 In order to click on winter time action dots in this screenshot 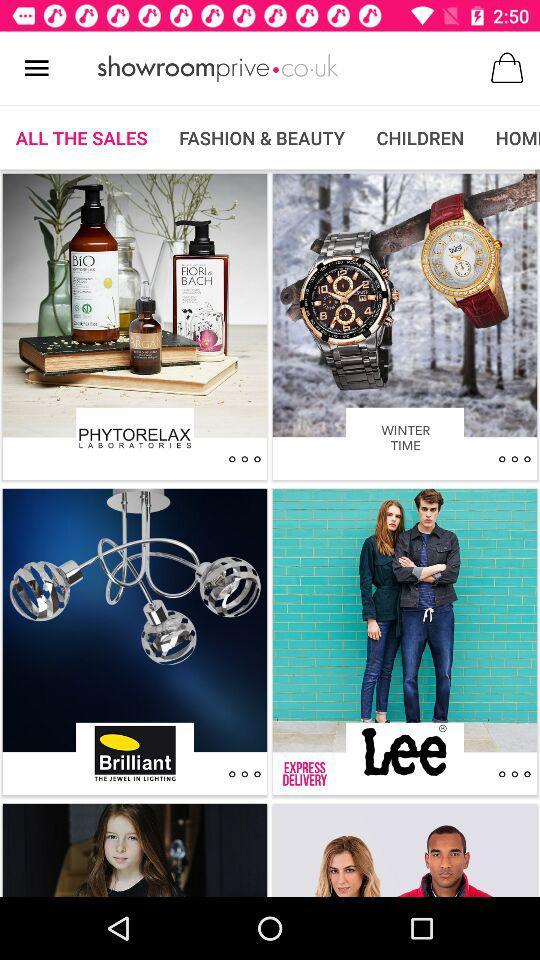, I will do `click(514, 459)`.